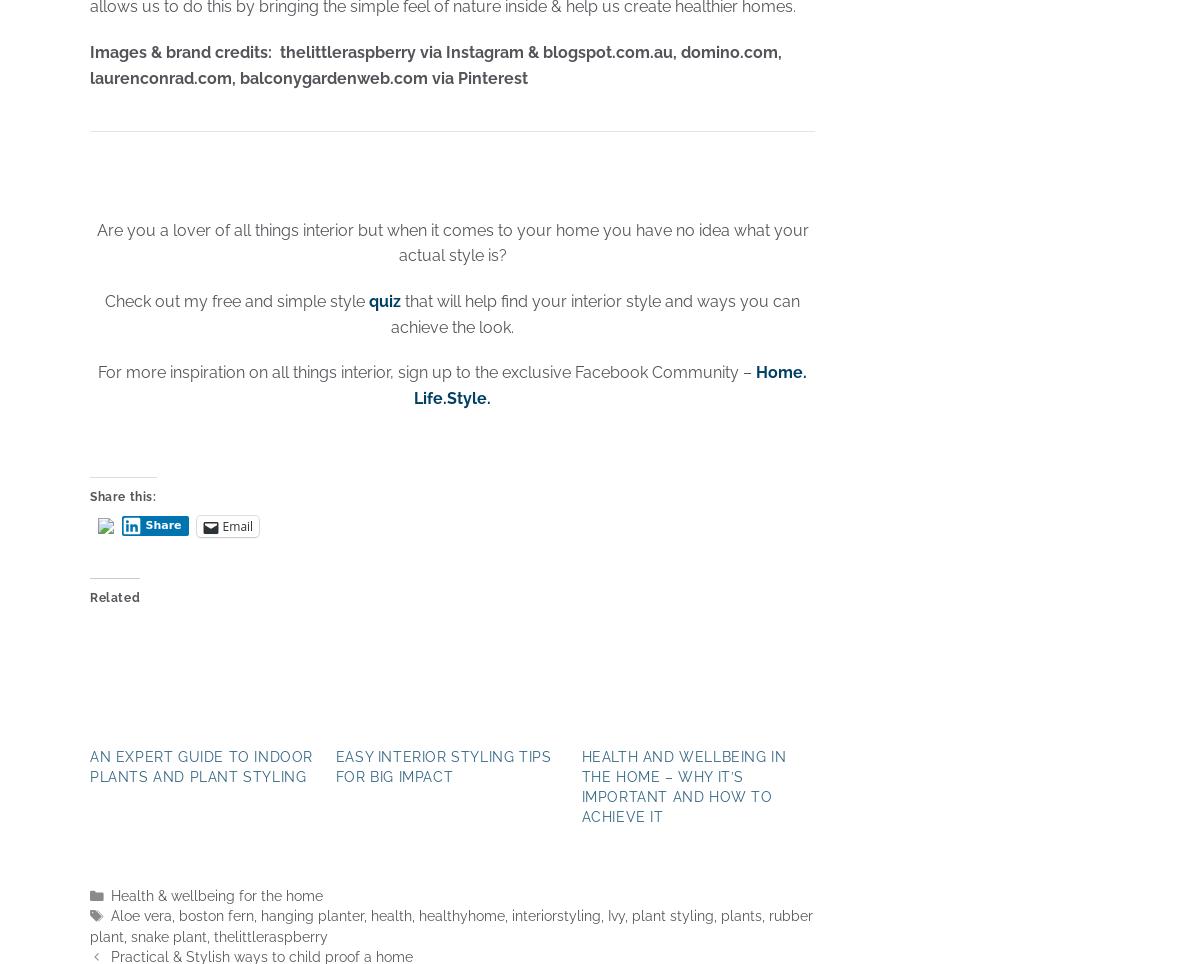 This screenshot has width=1200, height=964. Describe the element at coordinates (236, 526) in the screenshot. I see `'Email'` at that location.